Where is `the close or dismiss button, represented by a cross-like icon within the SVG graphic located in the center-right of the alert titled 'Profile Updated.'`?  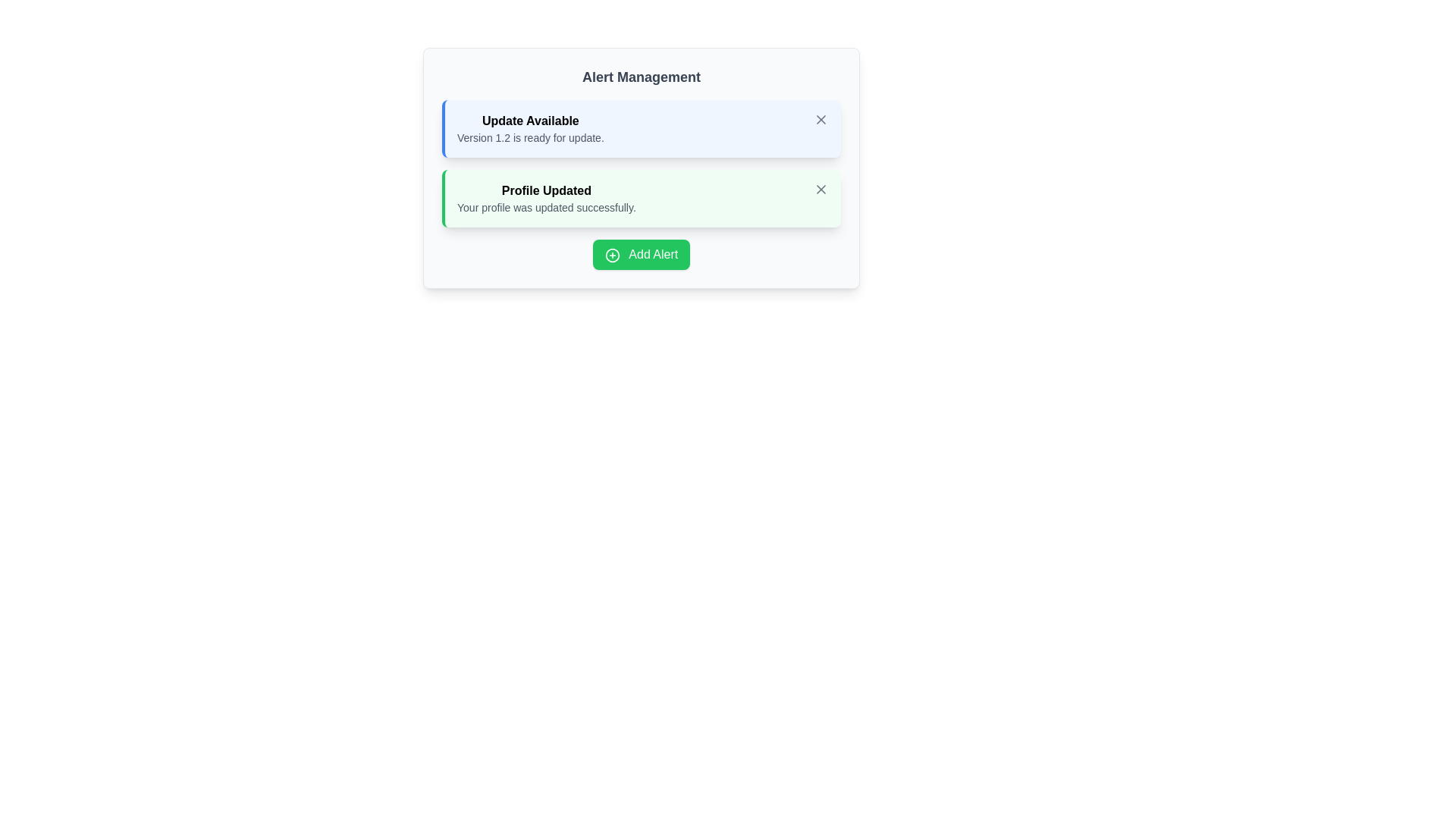 the close or dismiss button, represented by a cross-like icon within the SVG graphic located in the center-right of the alert titled 'Profile Updated.' is located at coordinates (821, 189).